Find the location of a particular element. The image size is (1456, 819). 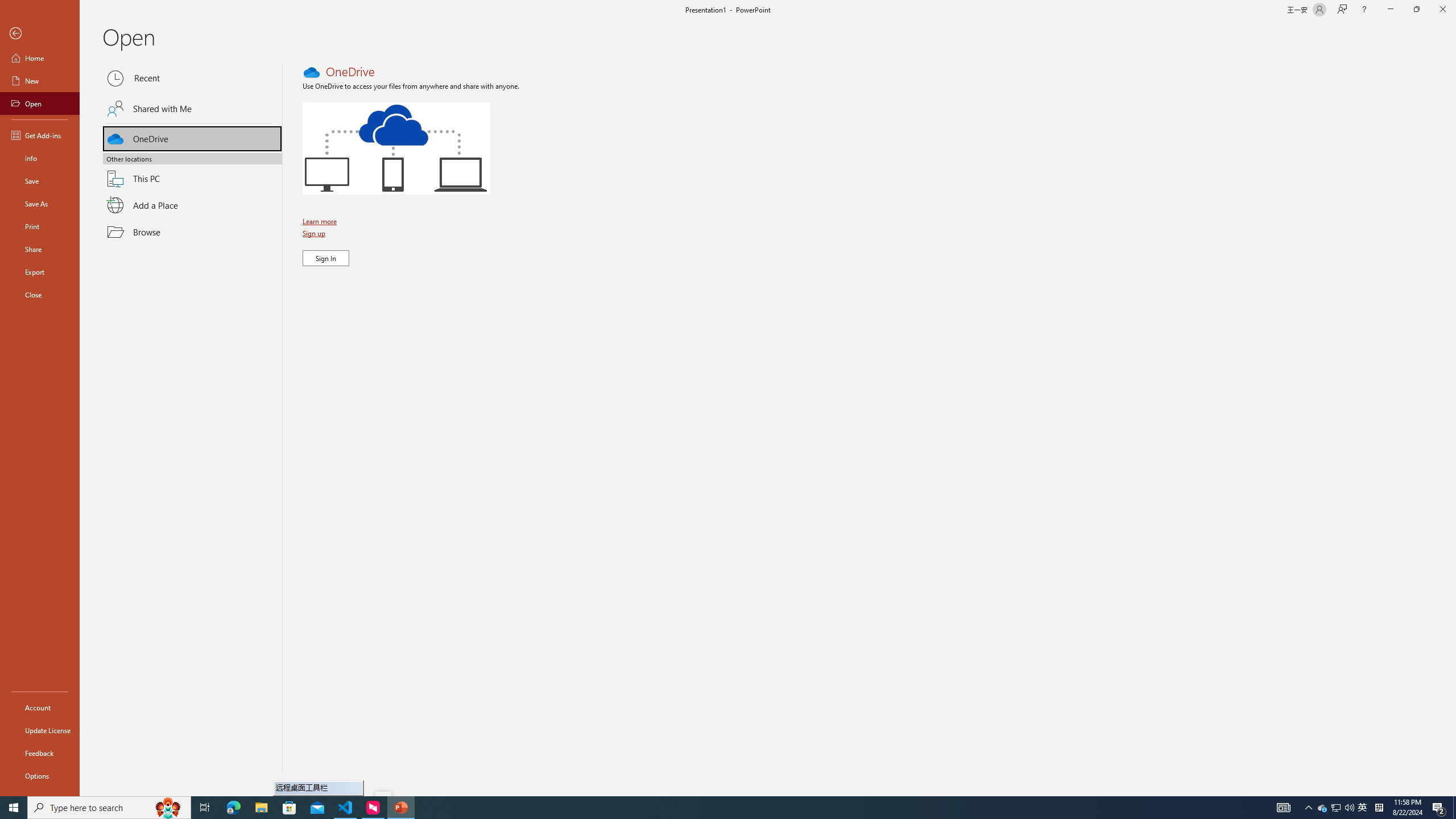

'Update License' is located at coordinates (39, 730).